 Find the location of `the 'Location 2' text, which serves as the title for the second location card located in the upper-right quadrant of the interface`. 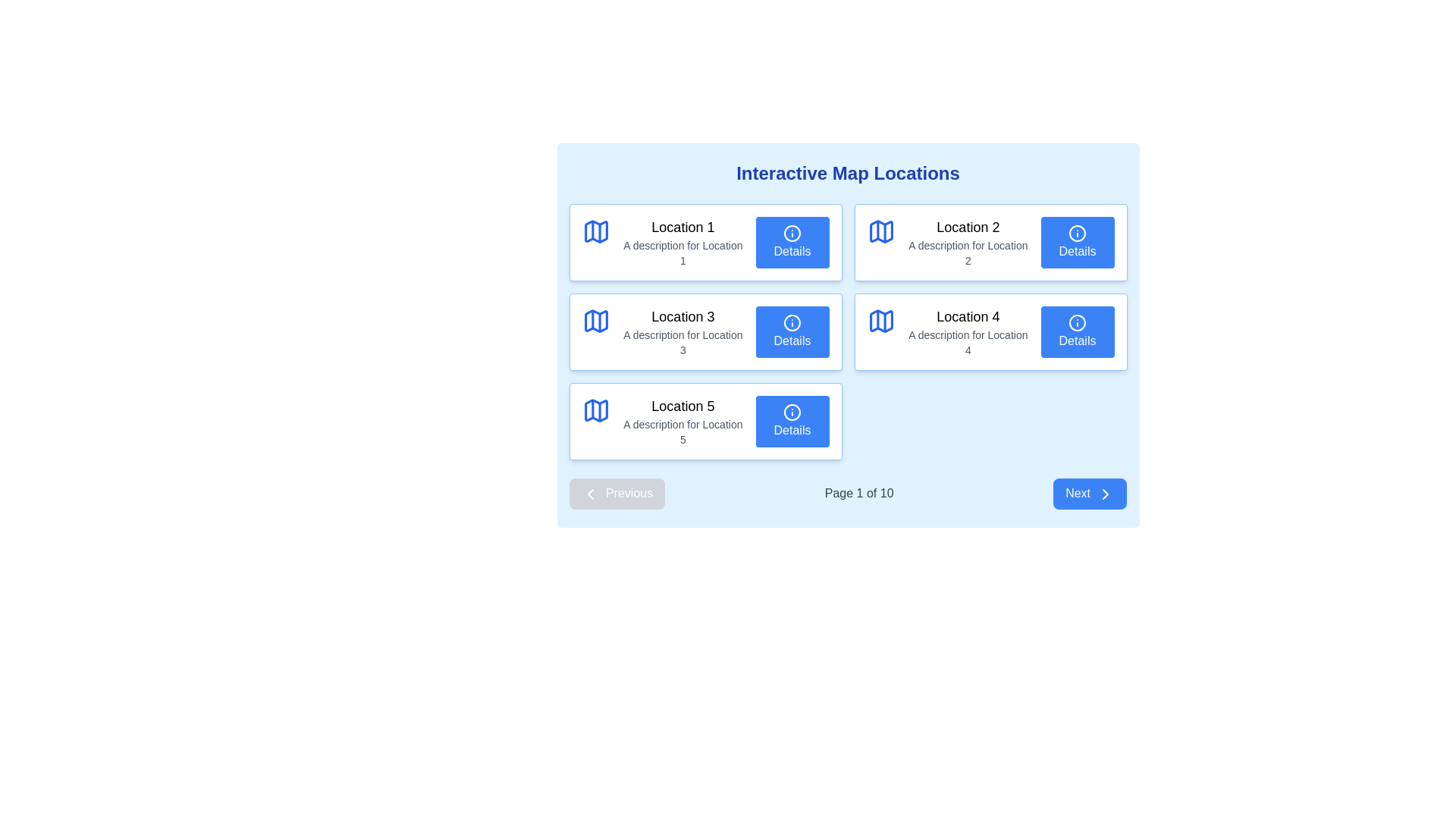

the 'Location 2' text, which serves as the title for the second location card located in the upper-right quadrant of the interface is located at coordinates (967, 227).